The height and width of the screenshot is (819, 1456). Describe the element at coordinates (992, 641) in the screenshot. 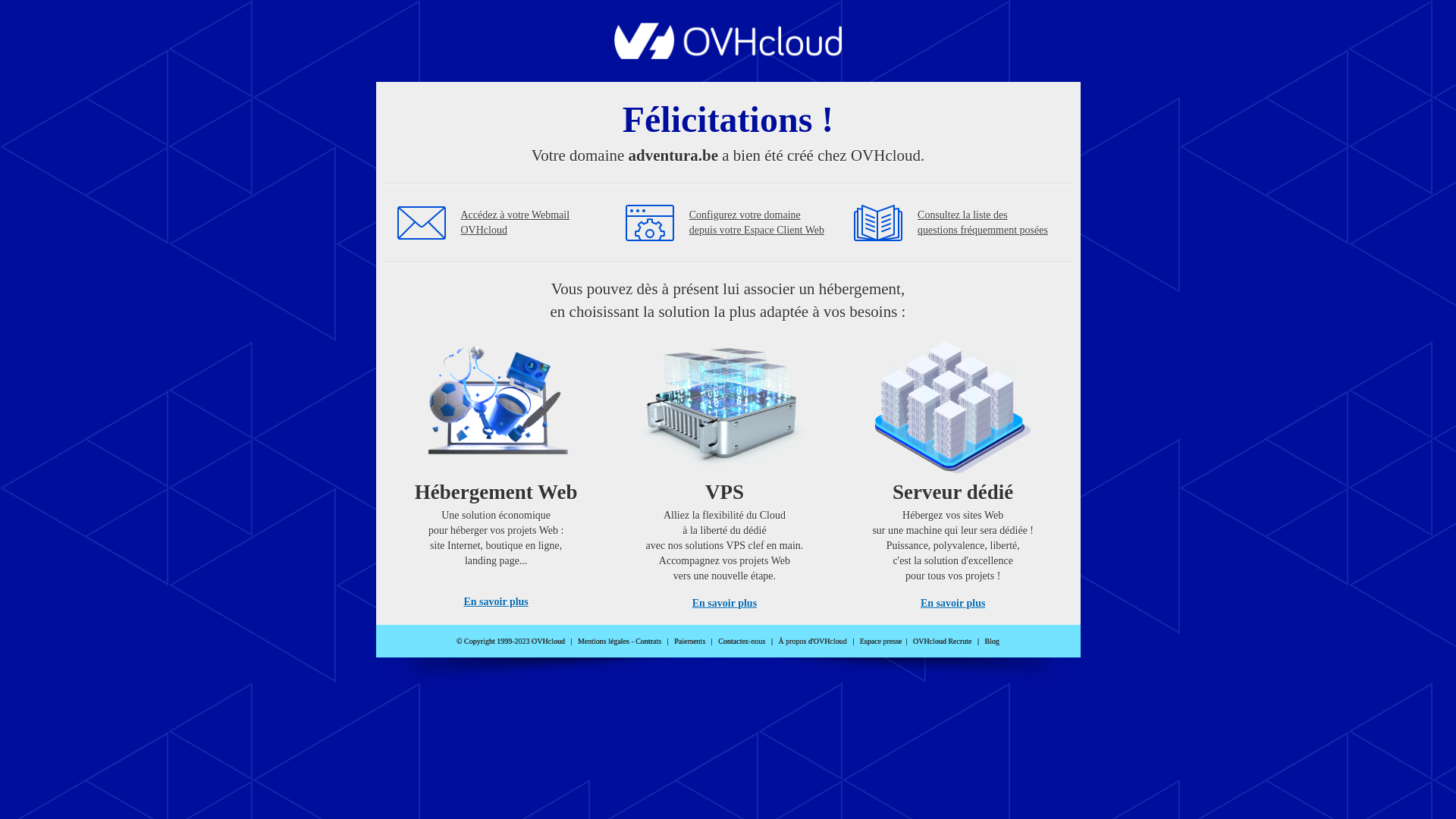

I see `'Blog'` at that location.